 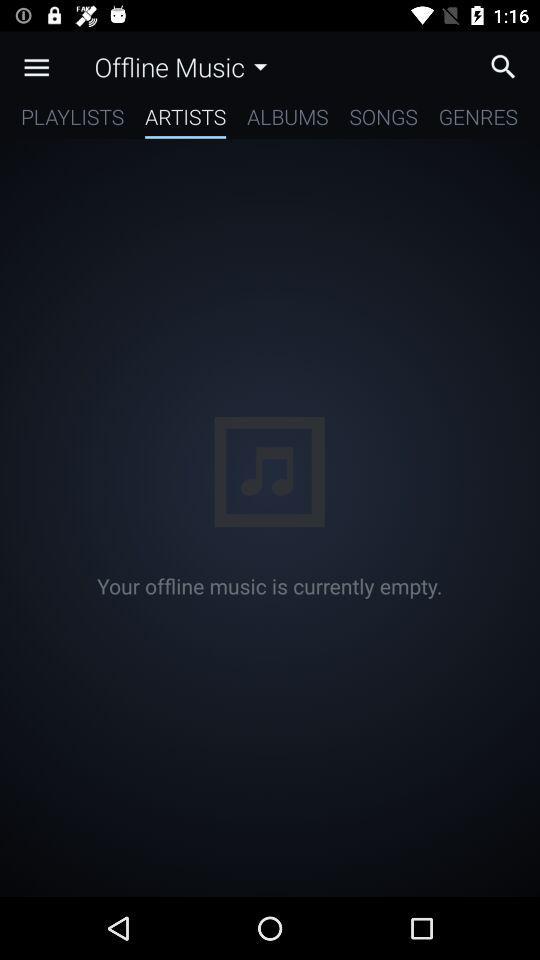 What do you see at coordinates (260, 67) in the screenshot?
I see `the dropdown which is right after offline music` at bounding box center [260, 67].